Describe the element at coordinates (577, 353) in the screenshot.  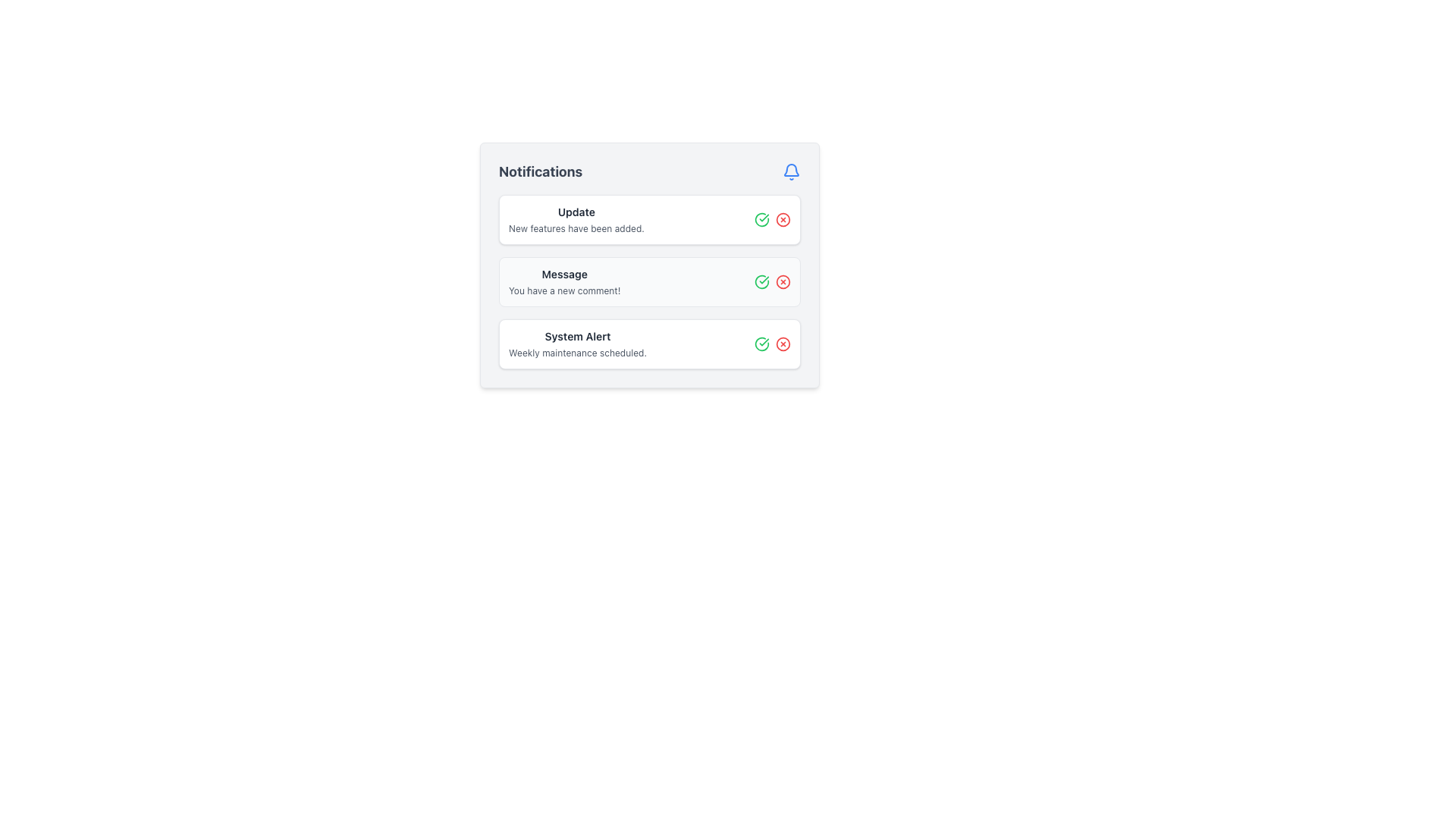
I see `text label providing additional description about the 'System Alert' notification located directly below the bold header on the third notification card in the notification panel` at that location.